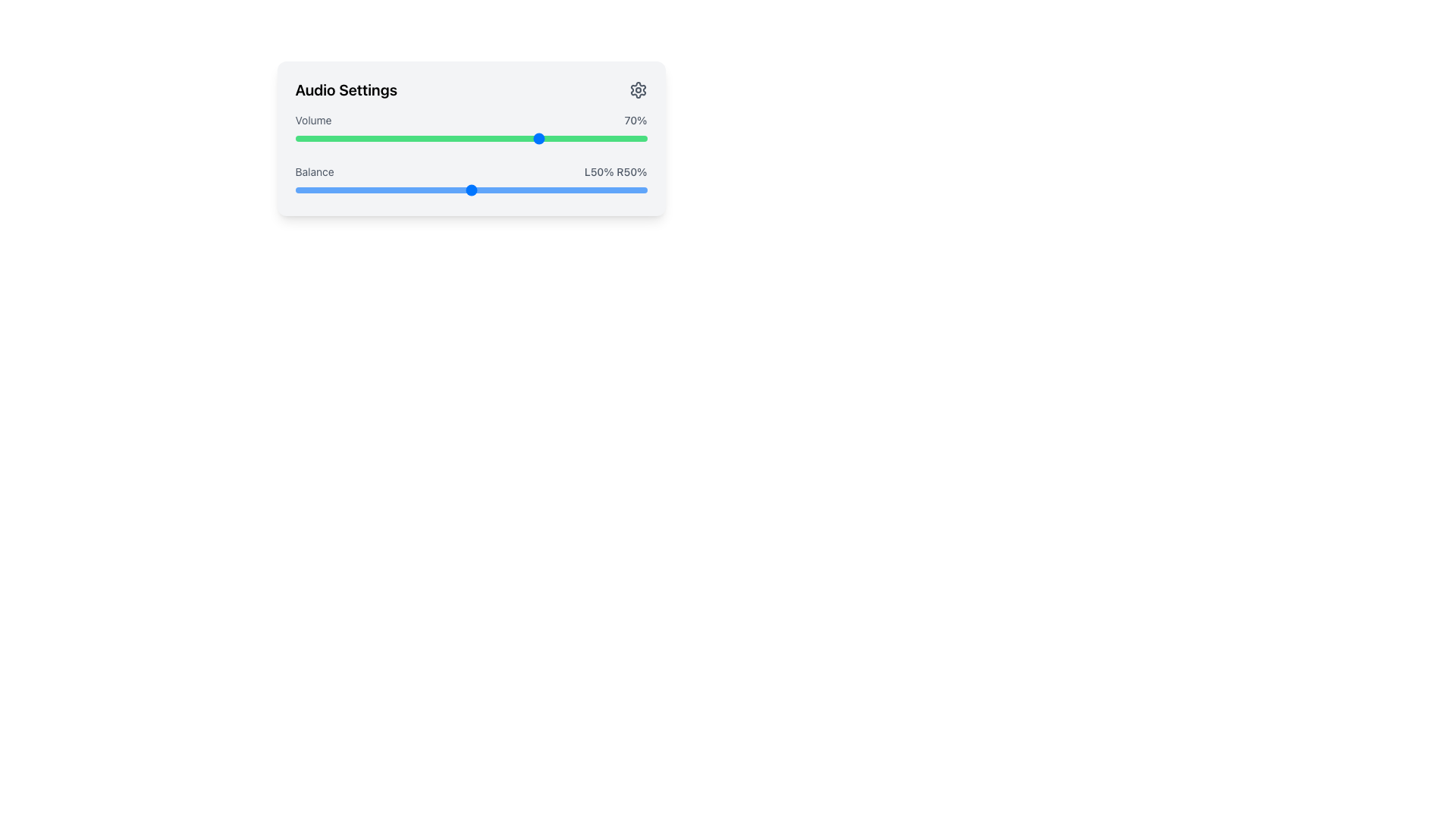  What do you see at coordinates (345, 90) in the screenshot?
I see `the bold title text 'Audio Settings' located in the upper-left section of the rectangular card layout` at bounding box center [345, 90].